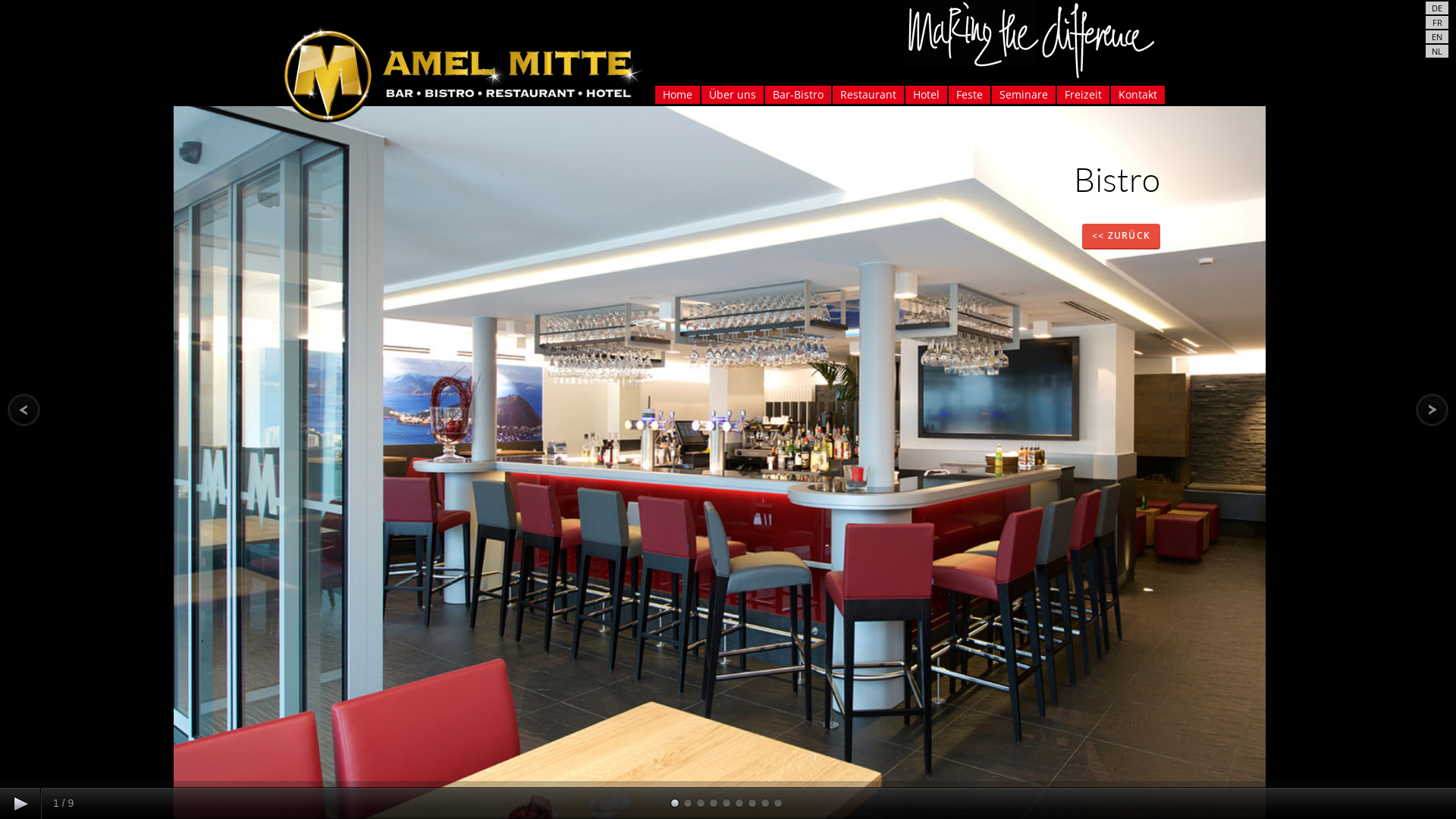  Describe the element at coordinates (655, 94) in the screenshot. I see `'Home'` at that location.